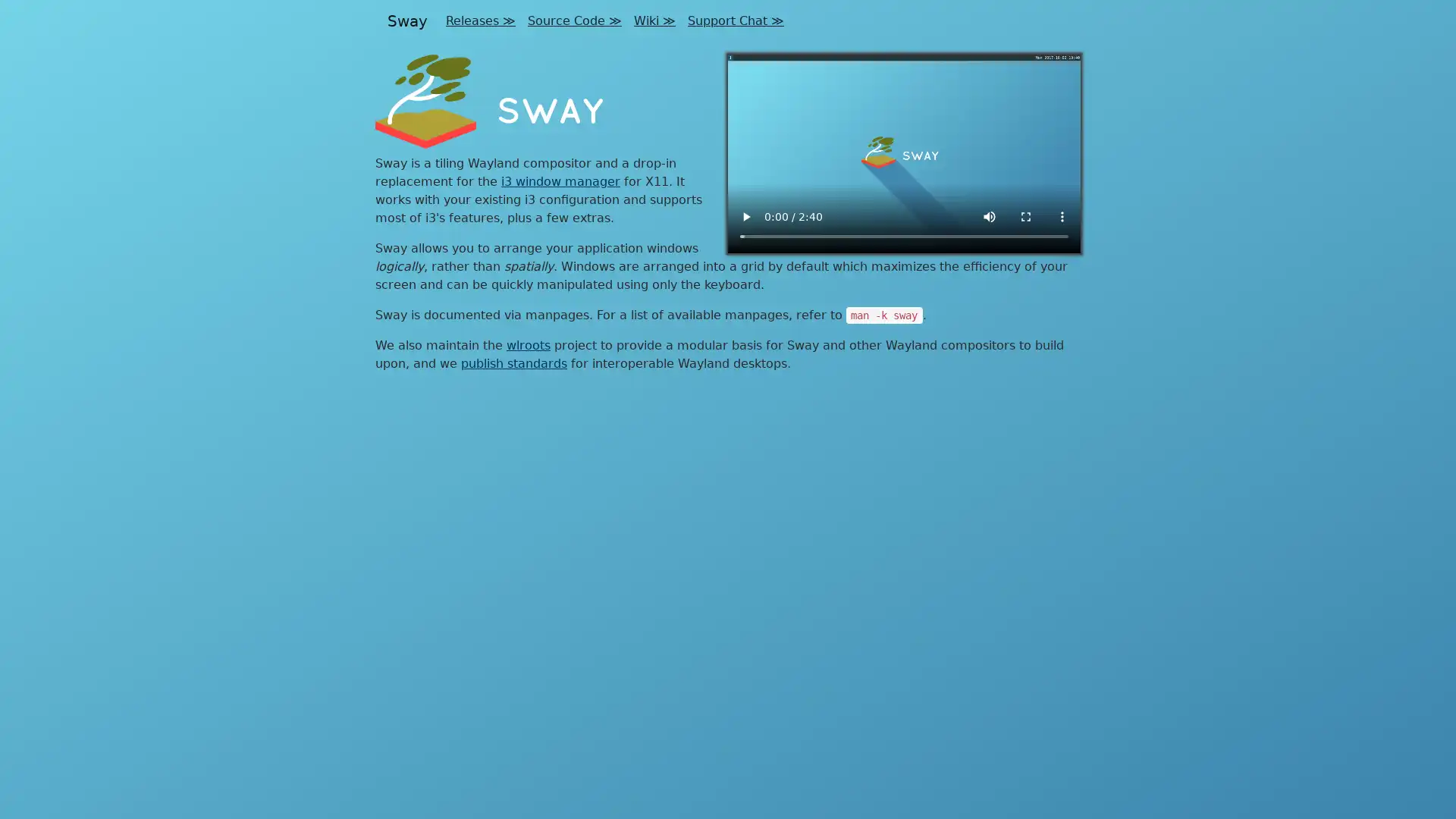  I want to click on show more media controls, so click(1062, 216).